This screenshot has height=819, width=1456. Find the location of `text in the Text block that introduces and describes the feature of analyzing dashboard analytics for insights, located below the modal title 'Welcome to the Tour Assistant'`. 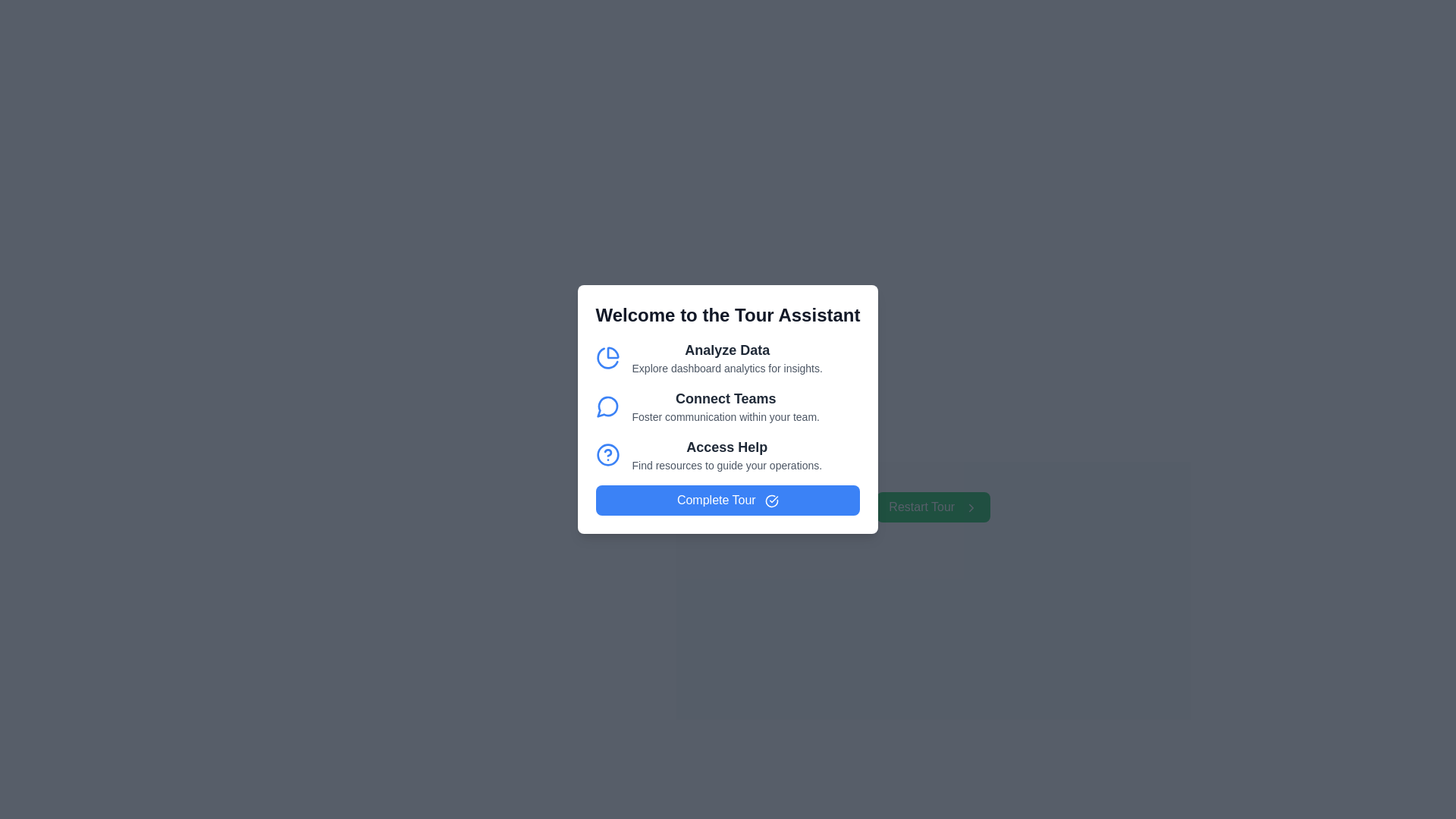

text in the Text block that introduces and describes the feature of analyzing dashboard analytics for insights, located below the modal title 'Welcome to the Tour Assistant' is located at coordinates (726, 357).